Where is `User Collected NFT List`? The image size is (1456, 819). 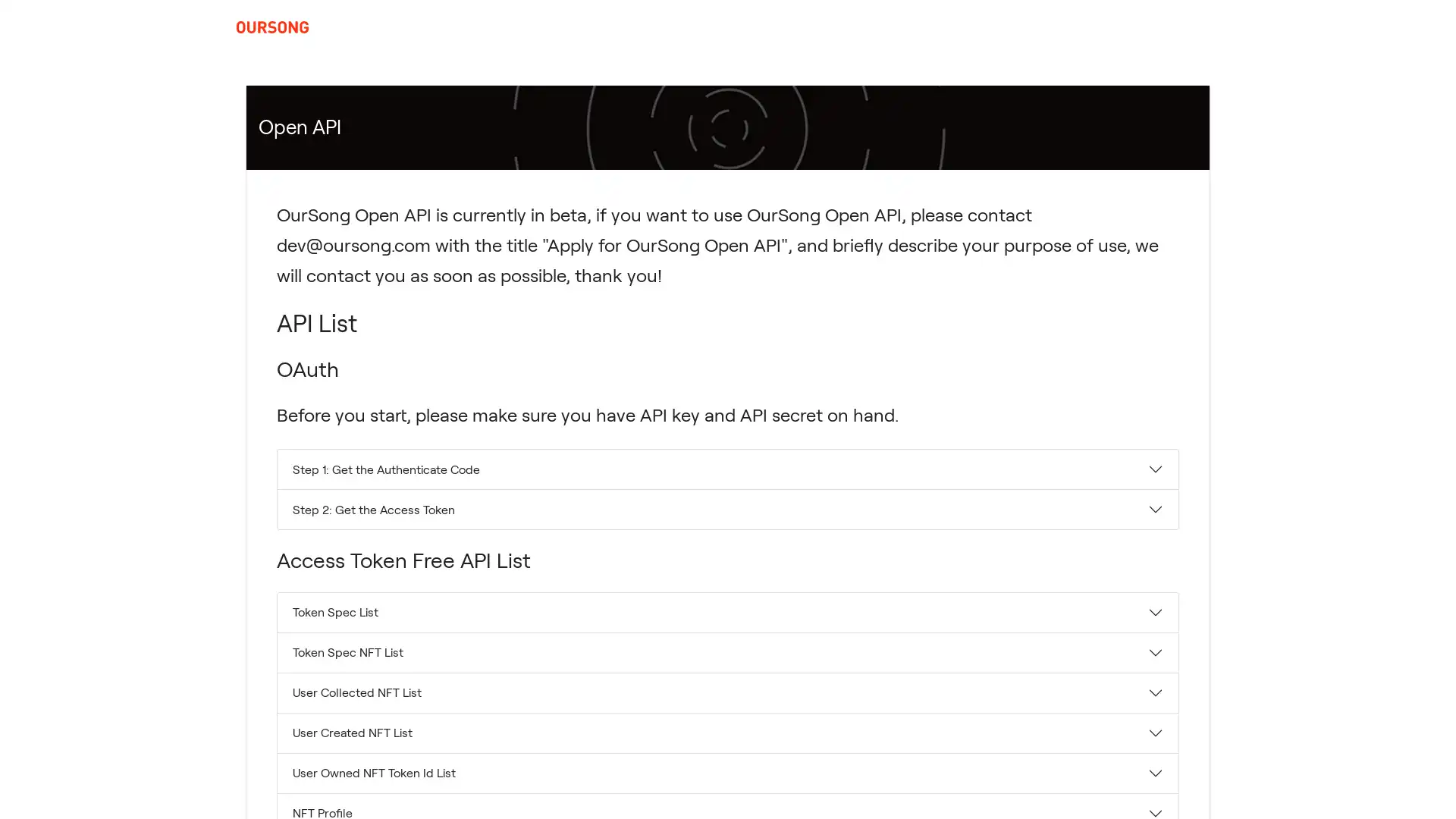 User Collected NFT List is located at coordinates (728, 692).